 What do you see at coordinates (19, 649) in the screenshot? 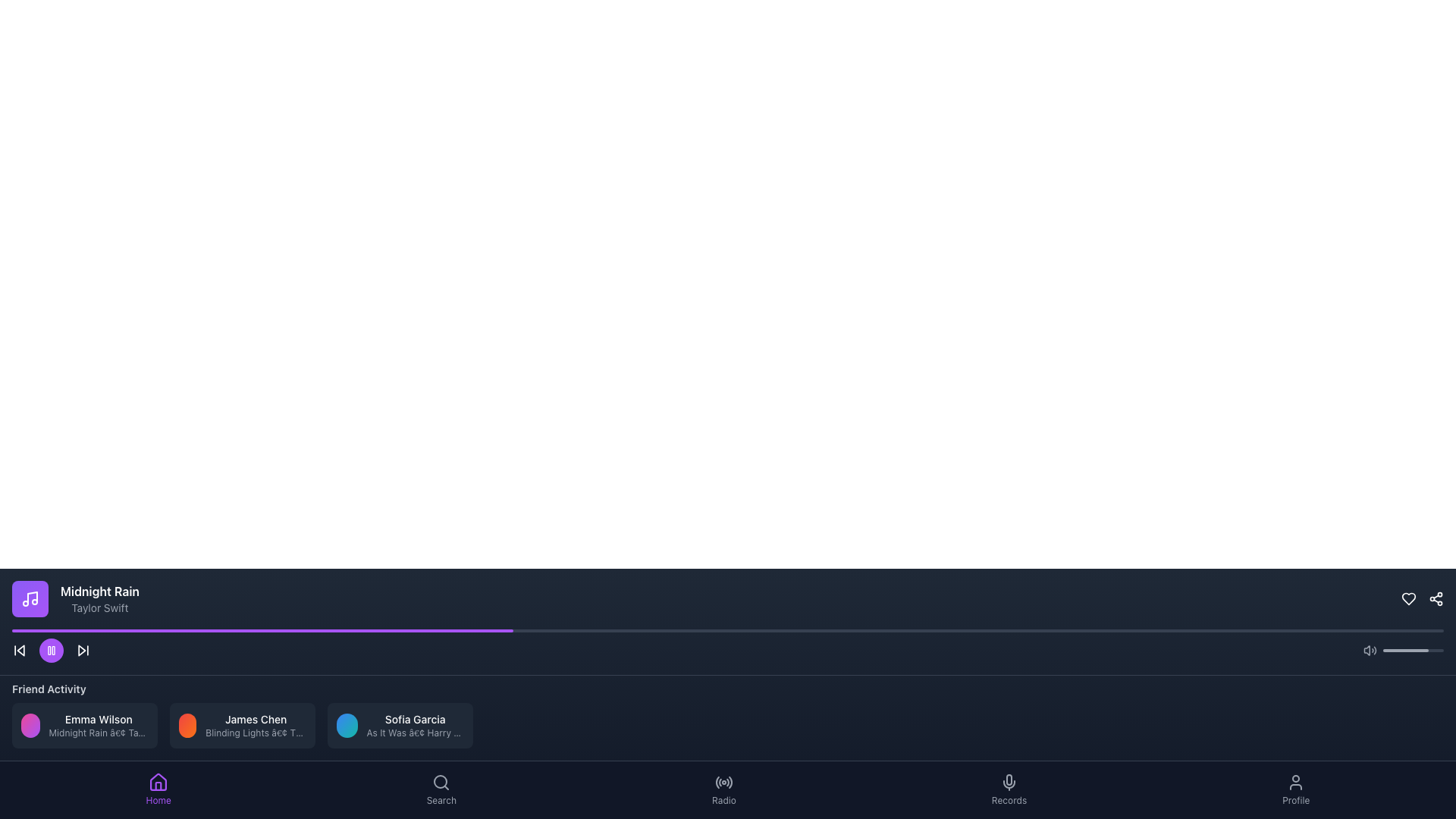
I see `the skip-backward button positioned at the far left of the media control section in the player bar to rewind to the previous track` at bounding box center [19, 649].